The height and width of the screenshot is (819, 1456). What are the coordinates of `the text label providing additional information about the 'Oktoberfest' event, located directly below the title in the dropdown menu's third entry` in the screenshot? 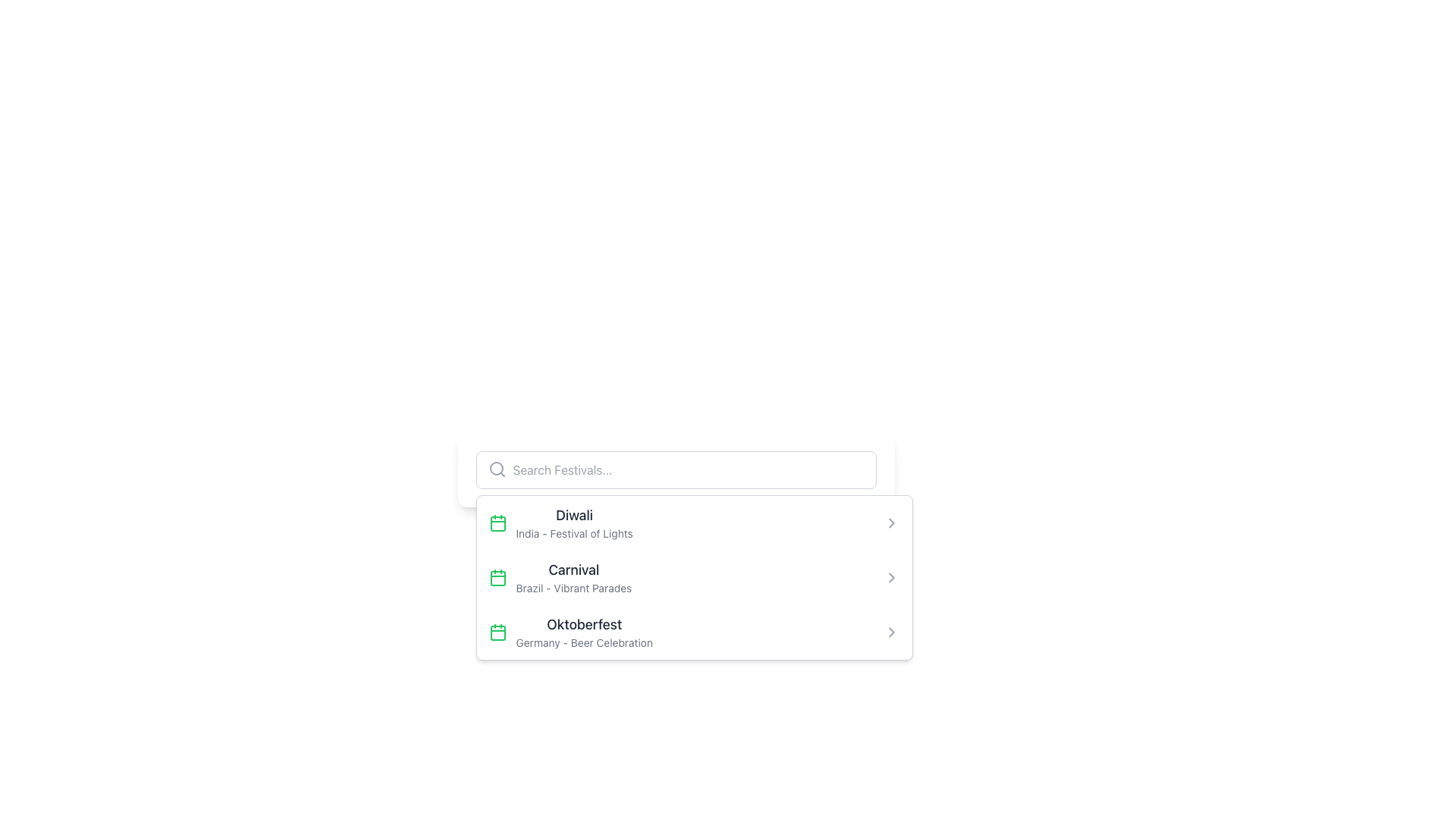 It's located at (583, 643).